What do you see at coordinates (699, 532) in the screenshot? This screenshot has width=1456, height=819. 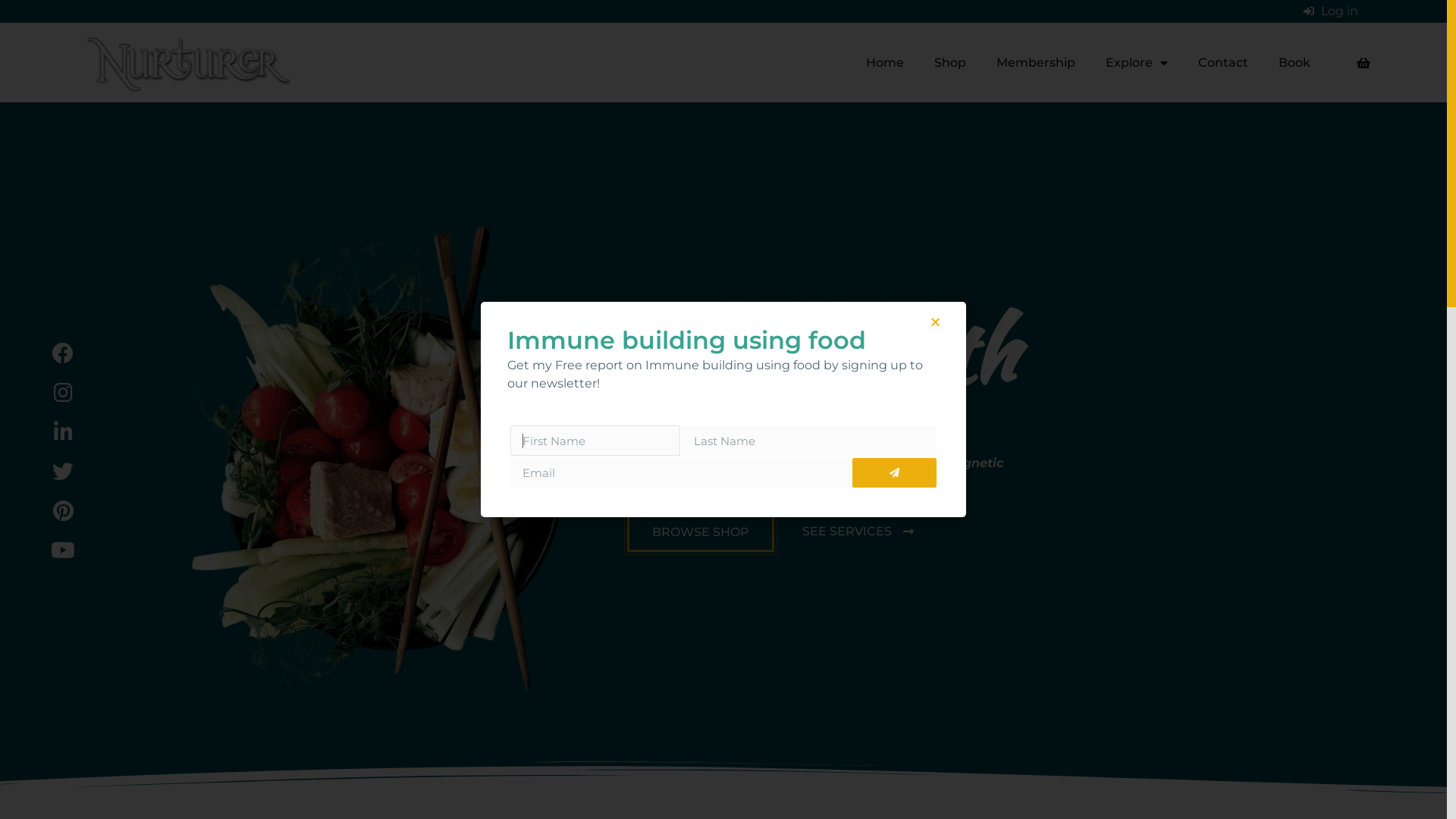 I see `'BROWSE SHOP'` at bounding box center [699, 532].